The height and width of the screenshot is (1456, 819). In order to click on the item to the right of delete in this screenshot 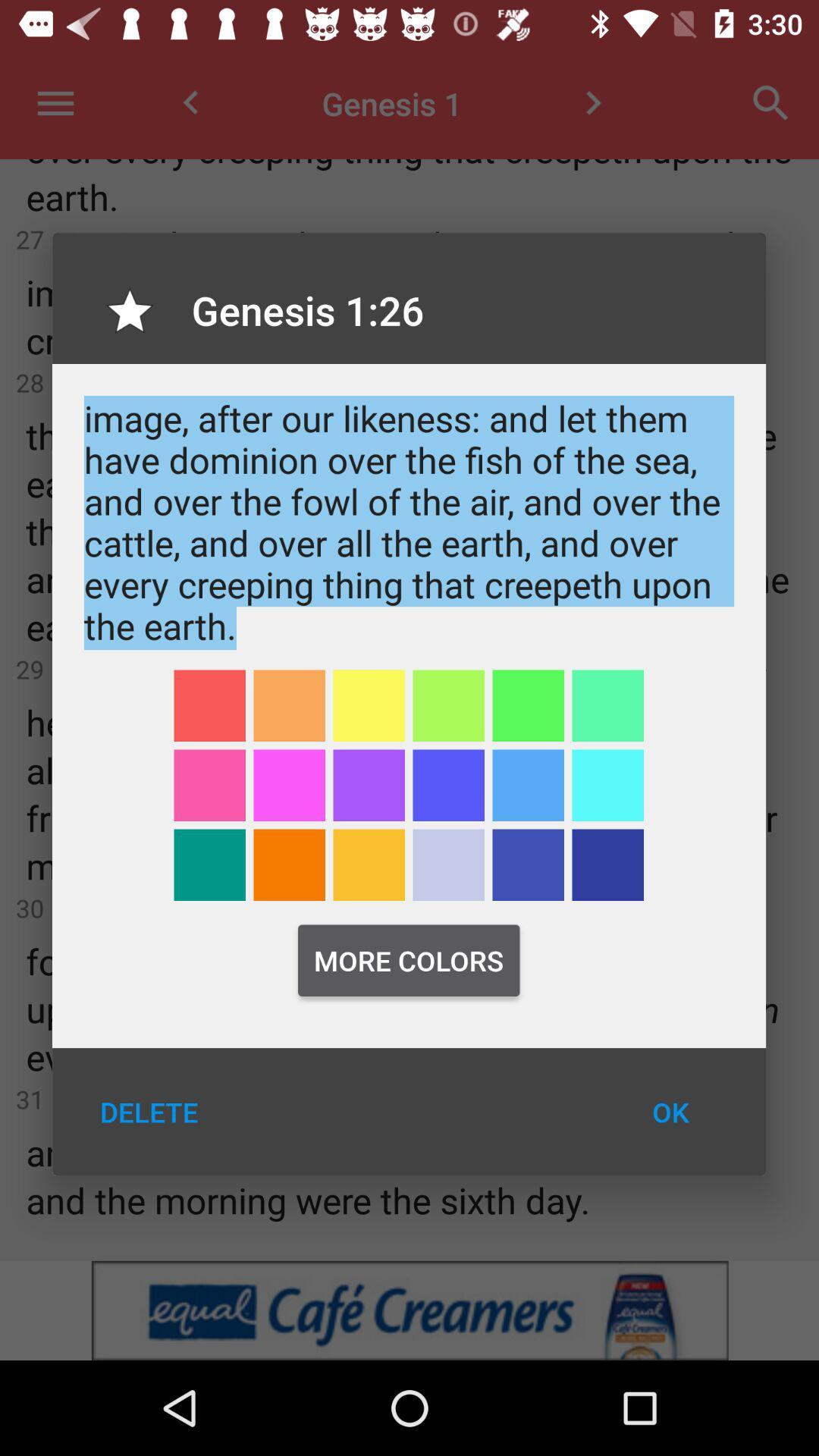, I will do `click(670, 1112)`.